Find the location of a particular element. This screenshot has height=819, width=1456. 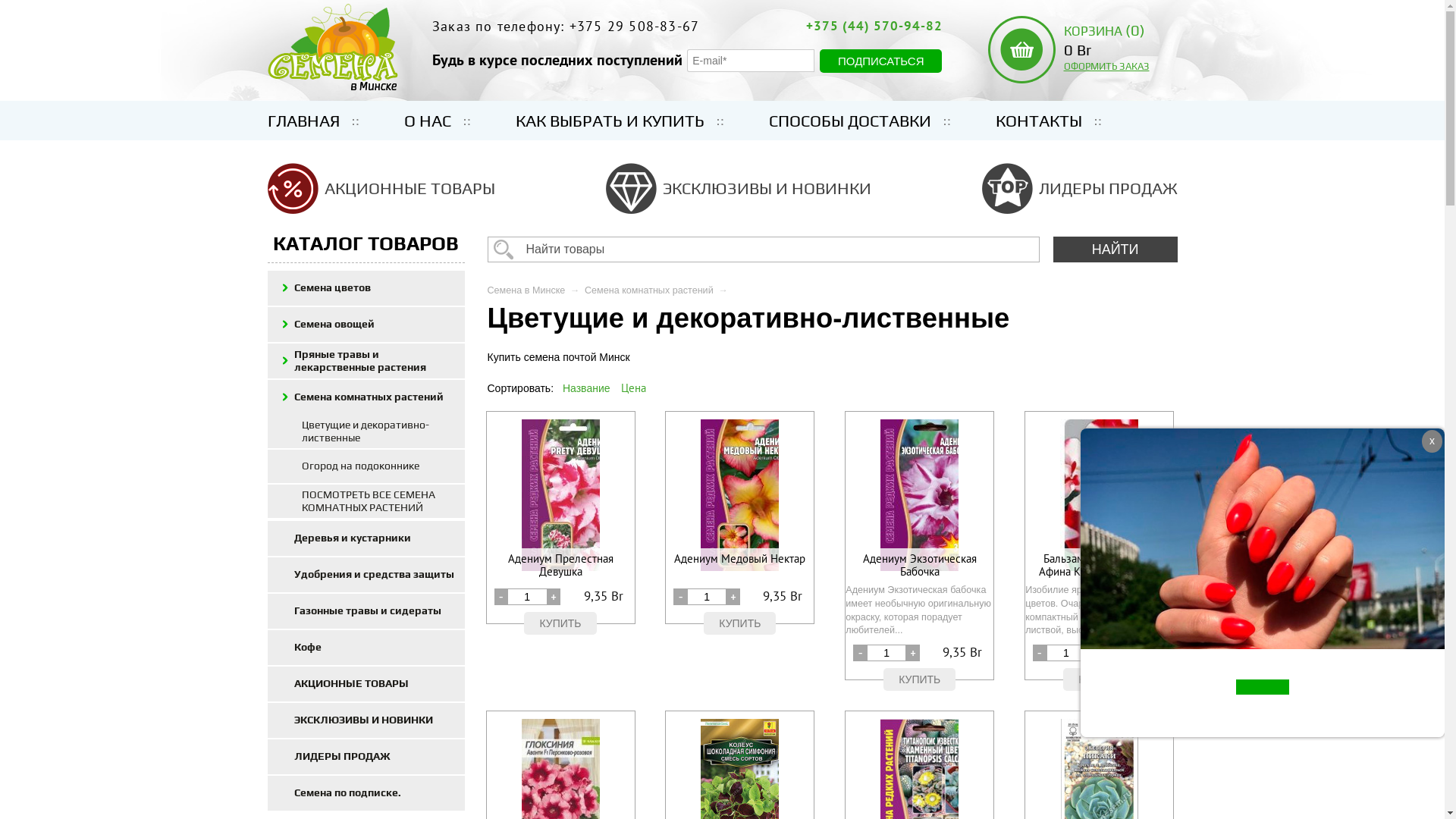

'x' is located at coordinates (1421, 441).